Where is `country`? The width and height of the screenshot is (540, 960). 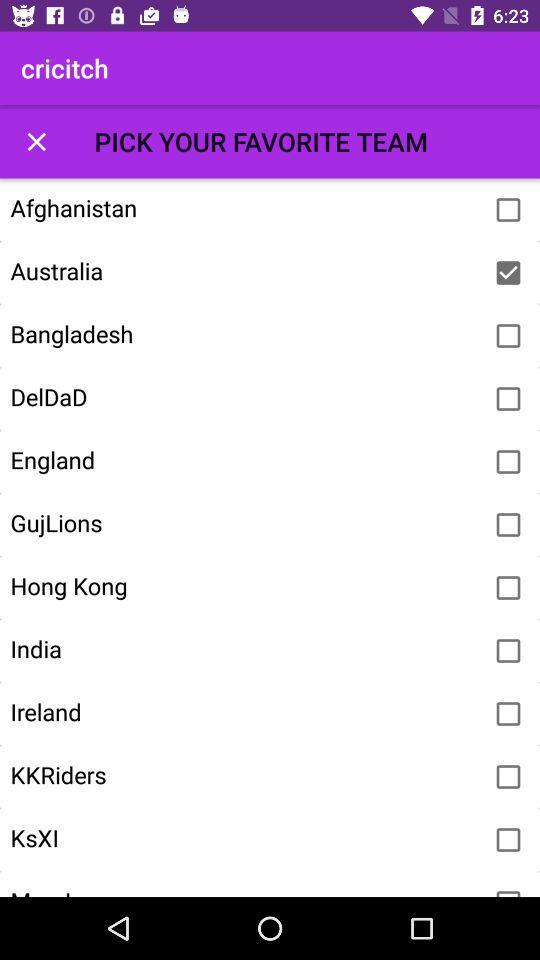 country is located at coordinates (508, 210).